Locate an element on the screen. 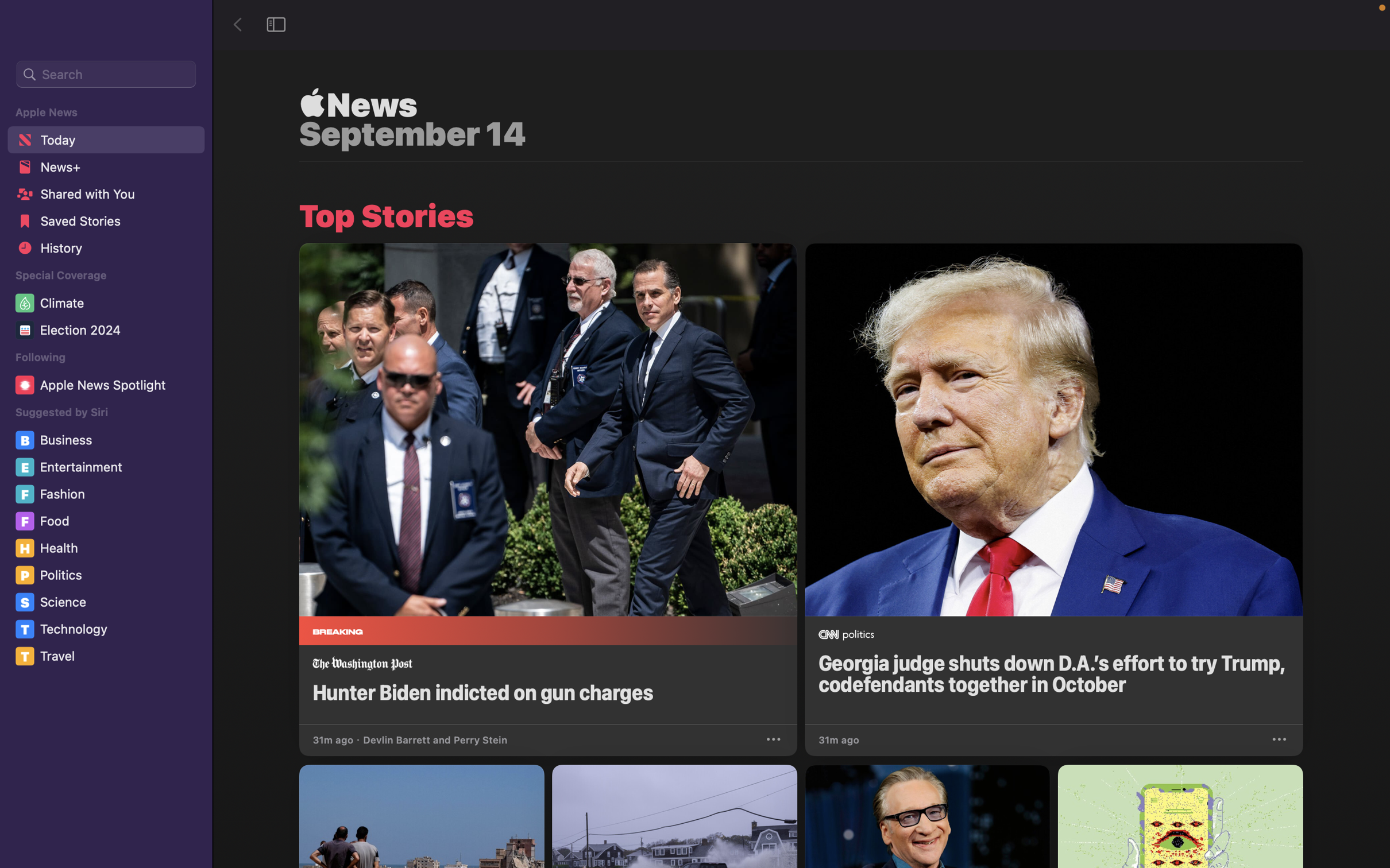 The image size is (1390, 868). the section titled "Election 2024" is located at coordinates (107, 332).